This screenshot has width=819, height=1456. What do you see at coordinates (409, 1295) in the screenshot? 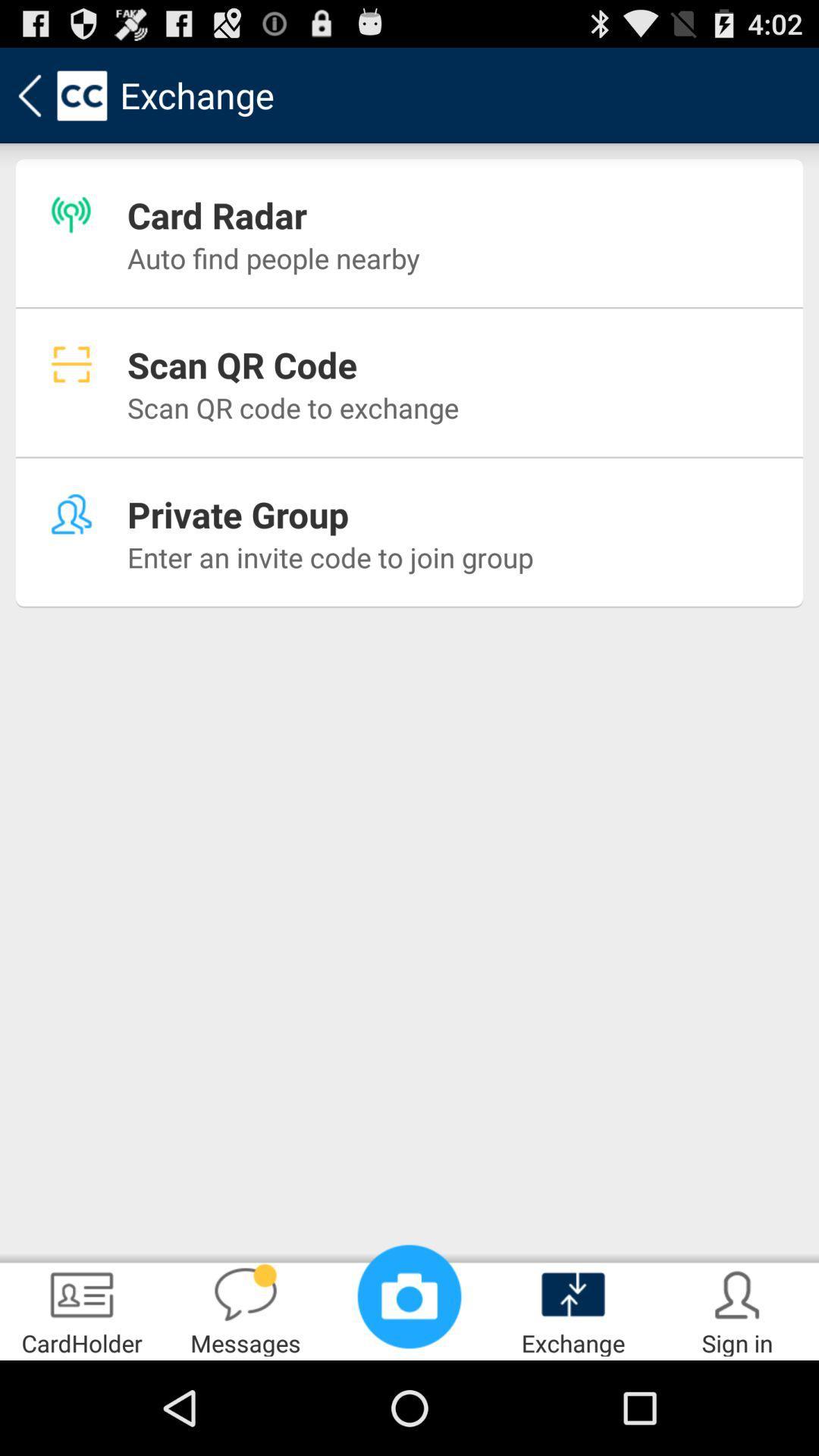
I see `icon next to the exchange item` at bounding box center [409, 1295].